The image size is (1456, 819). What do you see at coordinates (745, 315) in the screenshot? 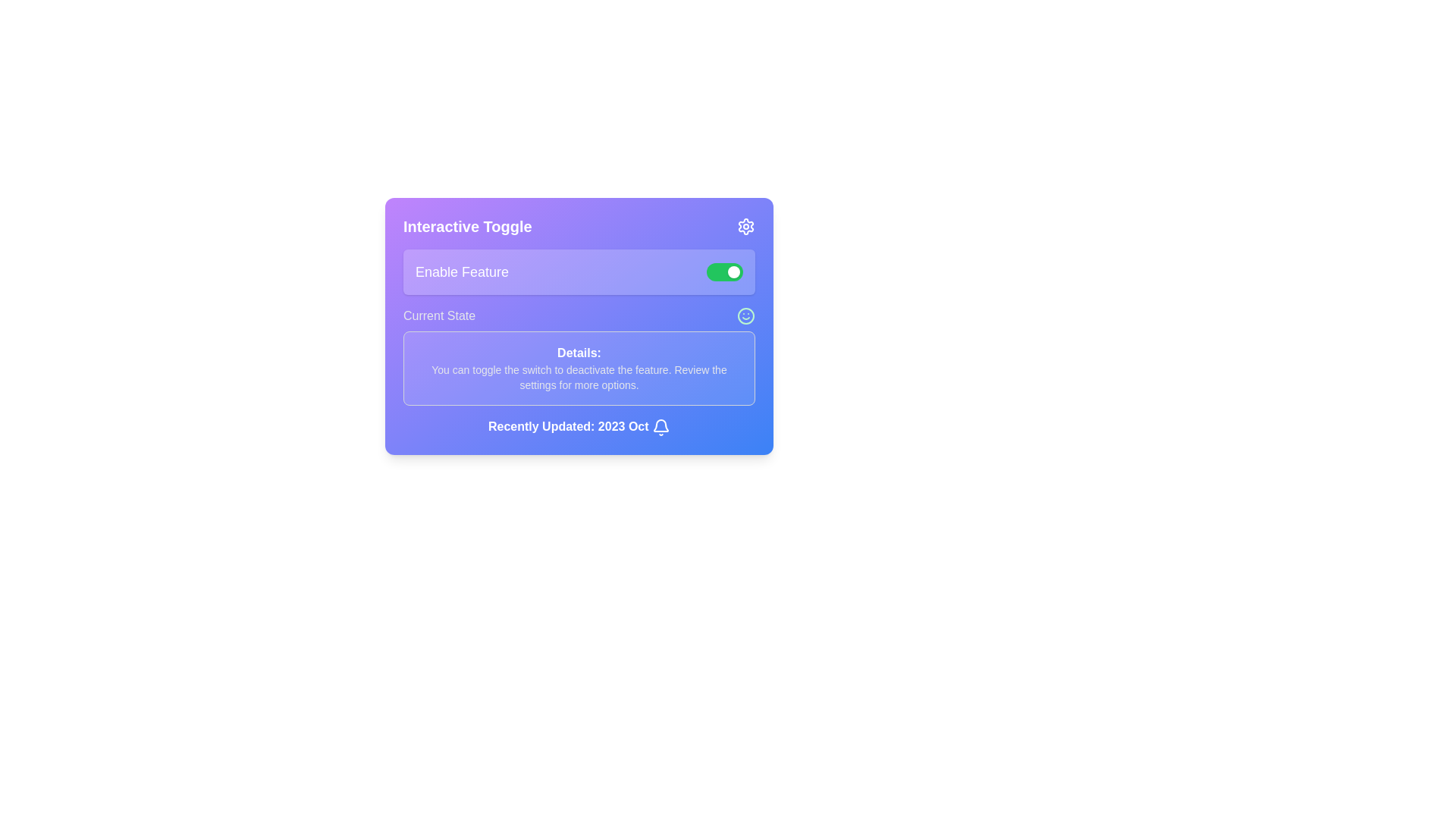
I see `the smiley icon located at the top-right of the 'Current State' section, which represents a positive or active state` at bounding box center [745, 315].